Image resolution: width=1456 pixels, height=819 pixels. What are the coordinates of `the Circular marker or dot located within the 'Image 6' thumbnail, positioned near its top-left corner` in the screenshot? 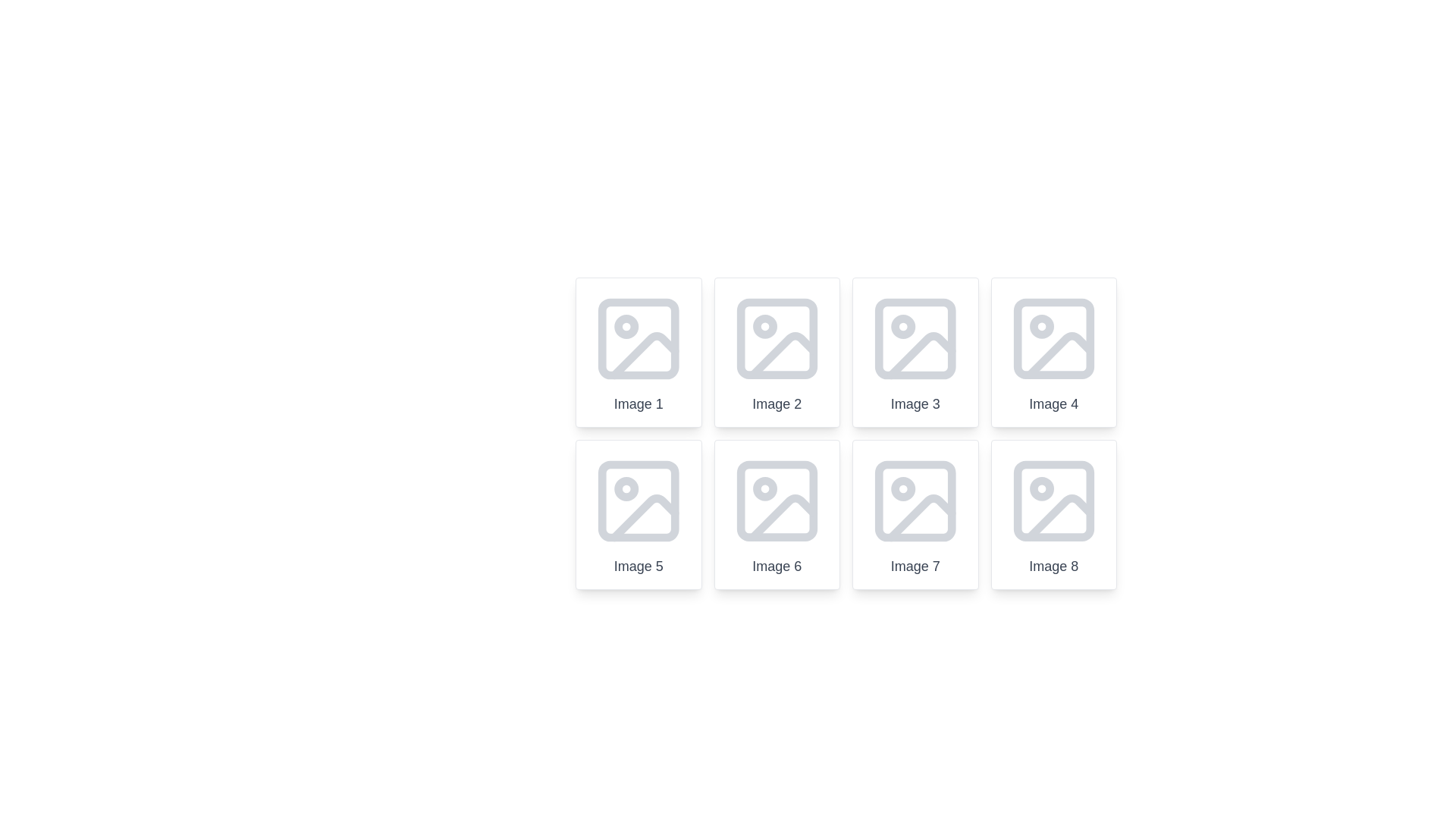 It's located at (764, 488).